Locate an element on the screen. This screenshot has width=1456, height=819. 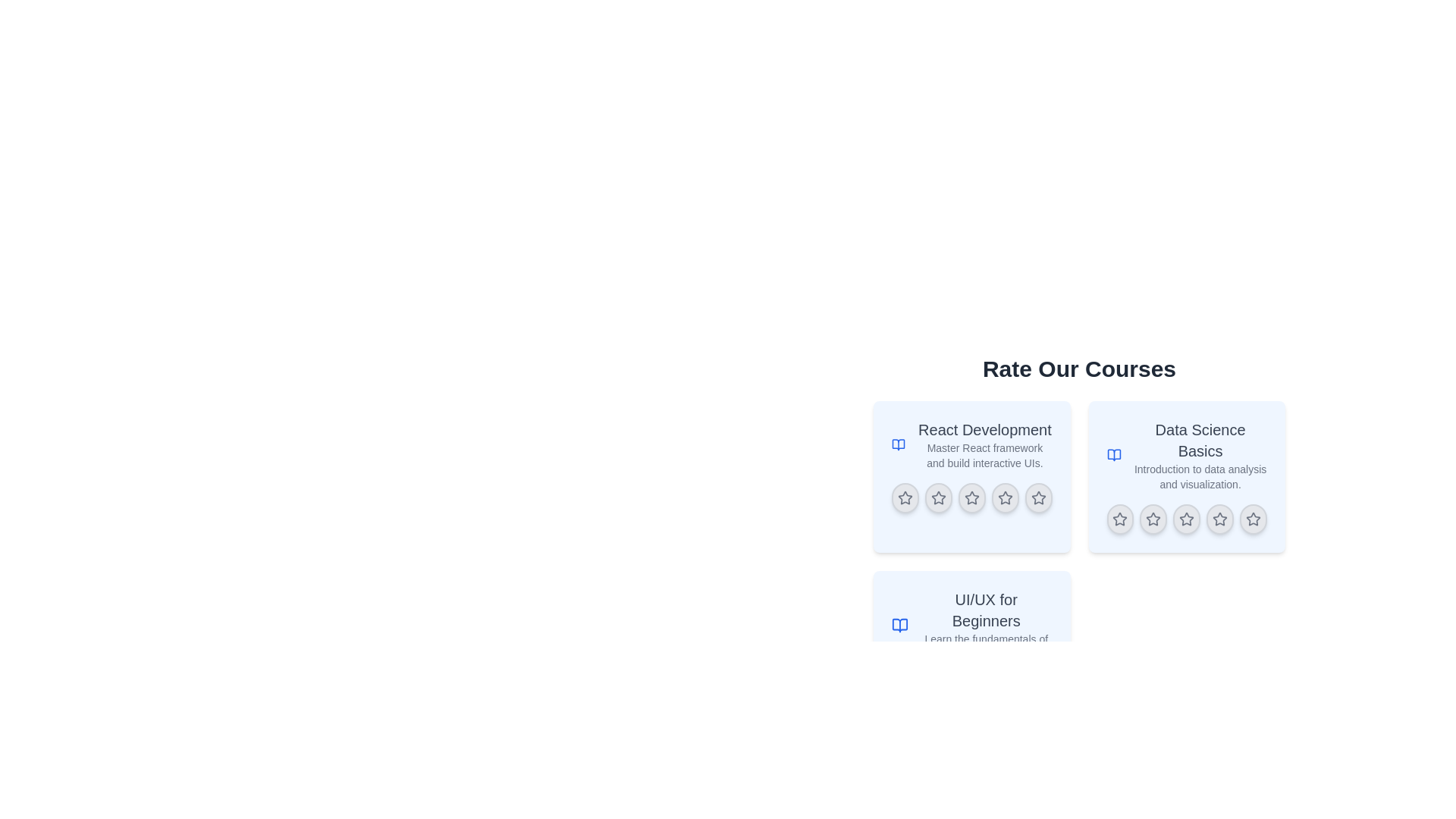
heading element that displays 'Rate Our Courses', which is centrally aligned above the course cards is located at coordinates (1078, 369).